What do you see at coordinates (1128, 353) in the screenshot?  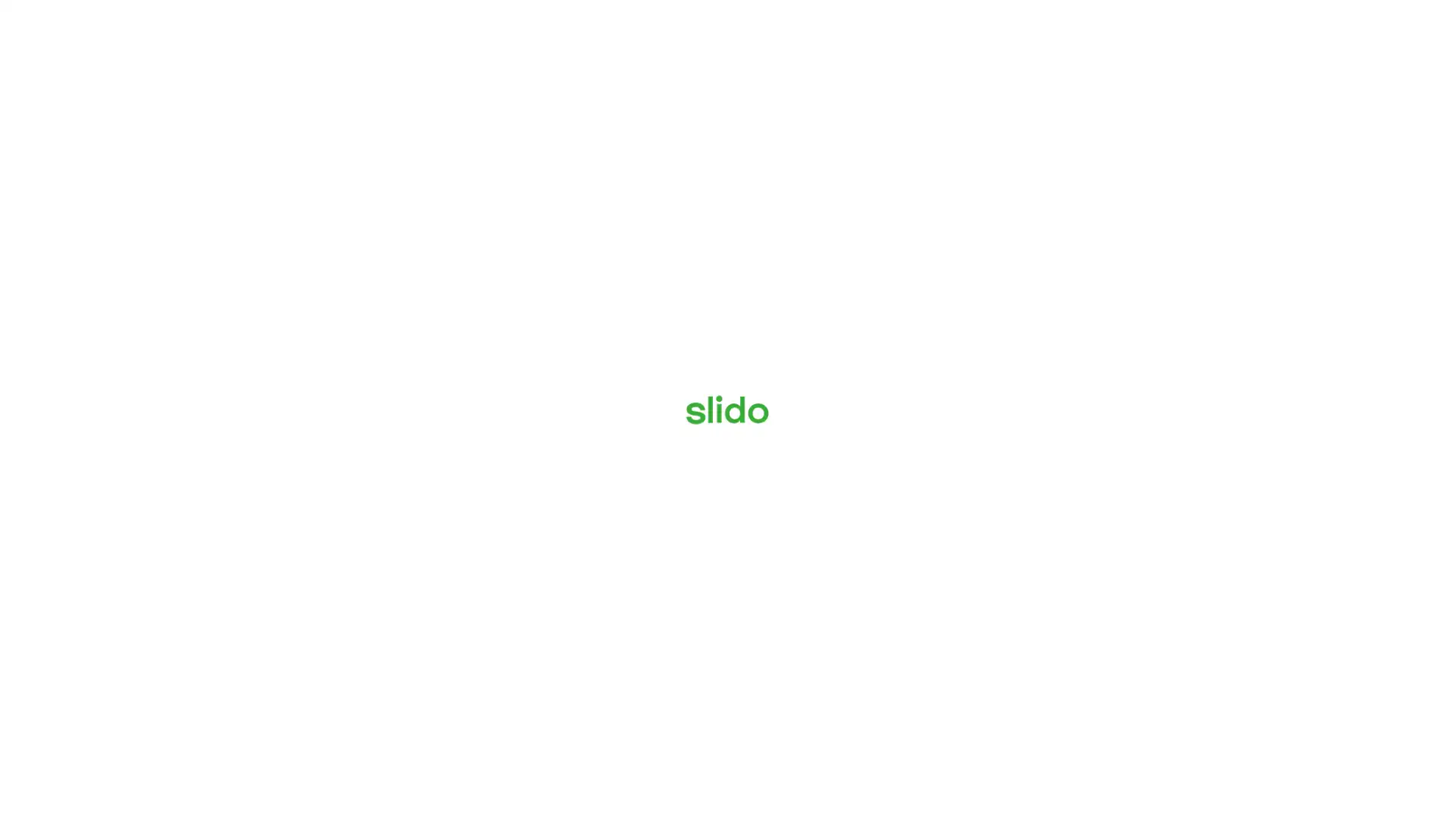 I see `1 reply` at bounding box center [1128, 353].